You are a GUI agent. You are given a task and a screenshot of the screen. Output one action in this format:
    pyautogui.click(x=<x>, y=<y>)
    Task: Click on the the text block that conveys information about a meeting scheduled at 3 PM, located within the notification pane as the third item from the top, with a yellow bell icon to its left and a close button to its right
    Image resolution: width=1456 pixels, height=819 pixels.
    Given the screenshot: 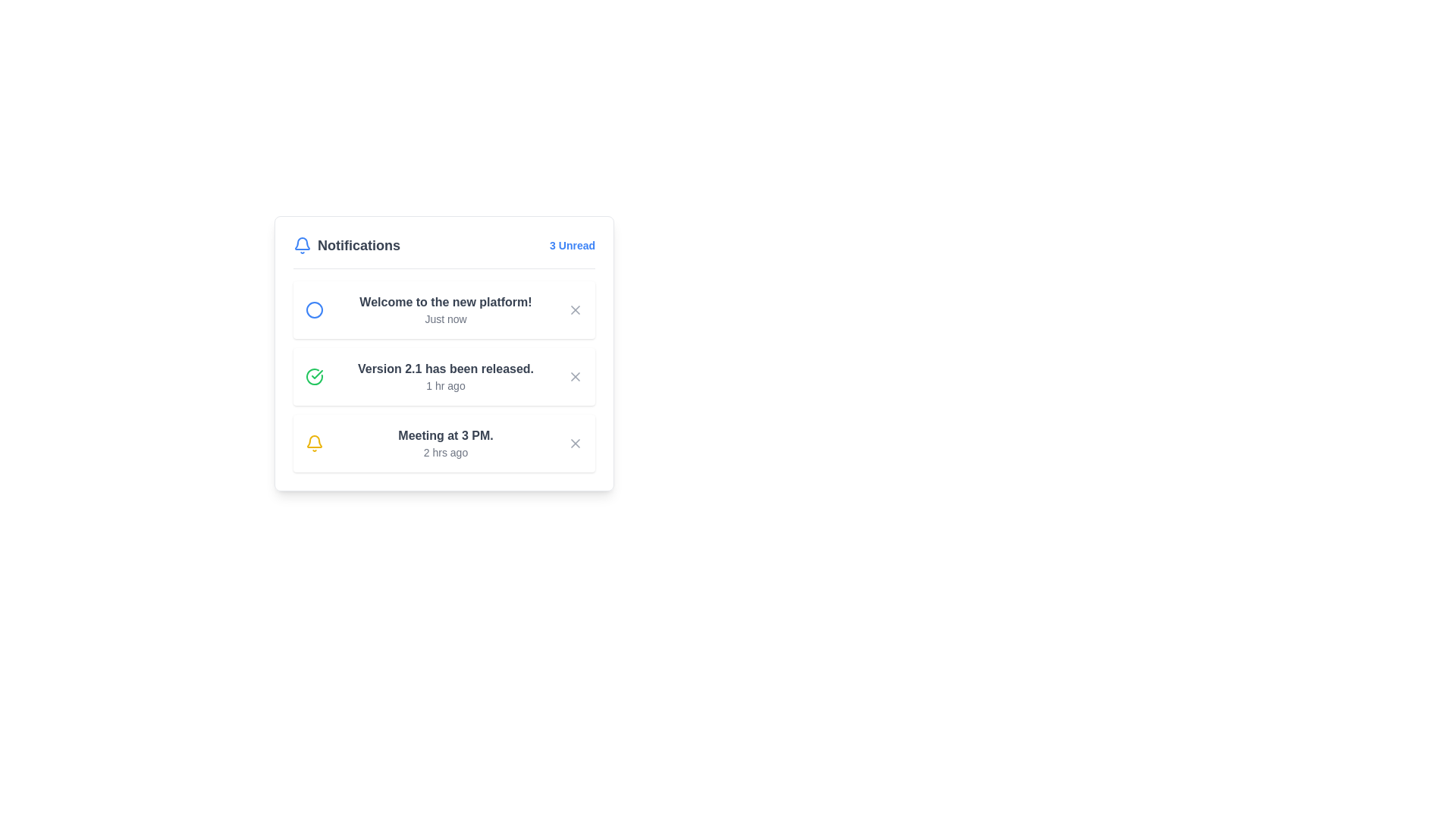 What is the action you would take?
    pyautogui.click(x=445, y=444)
    